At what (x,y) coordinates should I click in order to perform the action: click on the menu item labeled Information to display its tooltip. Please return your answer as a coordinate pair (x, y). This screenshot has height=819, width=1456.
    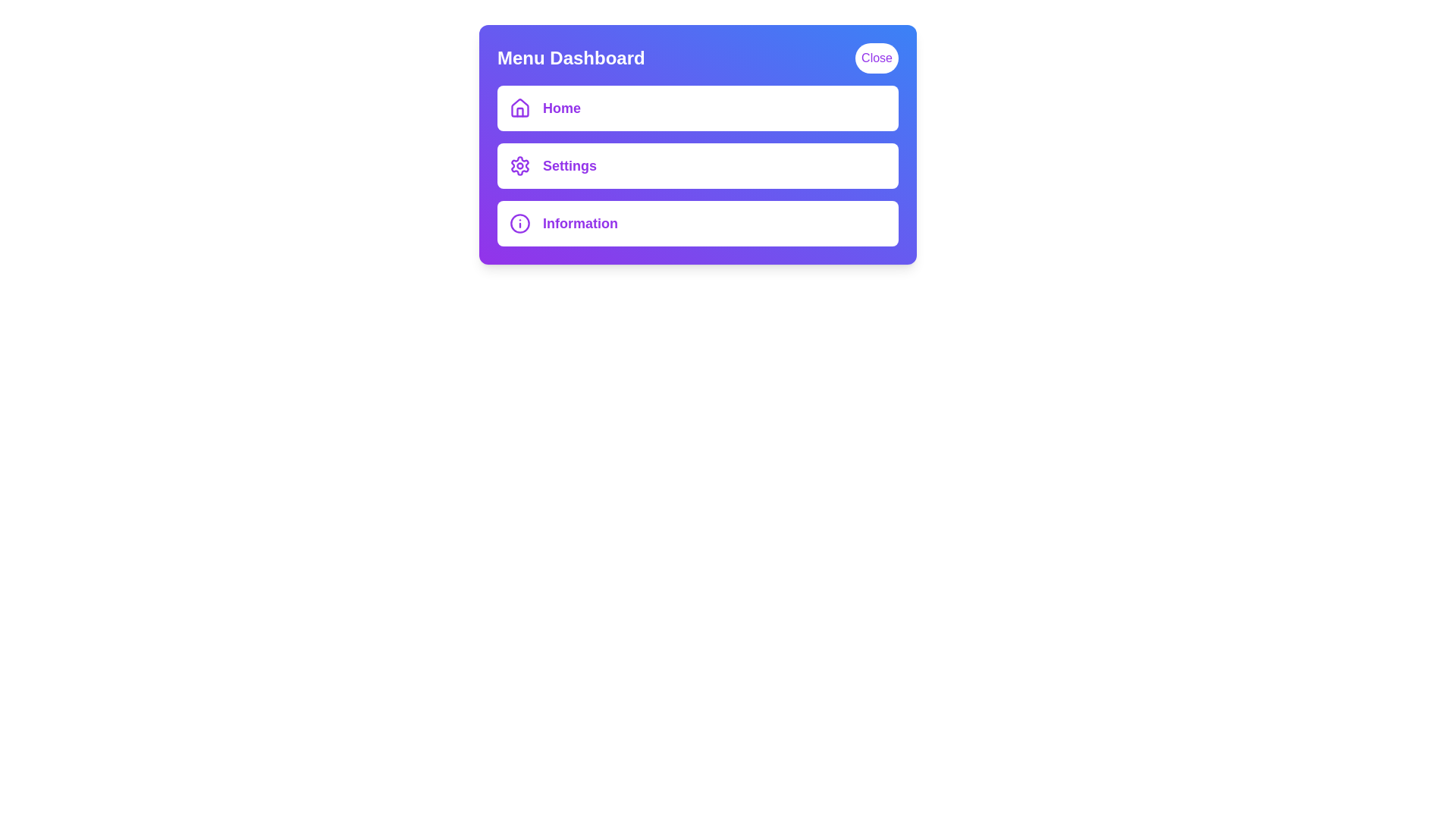
    Looking at the image, I should click on (697, 223).